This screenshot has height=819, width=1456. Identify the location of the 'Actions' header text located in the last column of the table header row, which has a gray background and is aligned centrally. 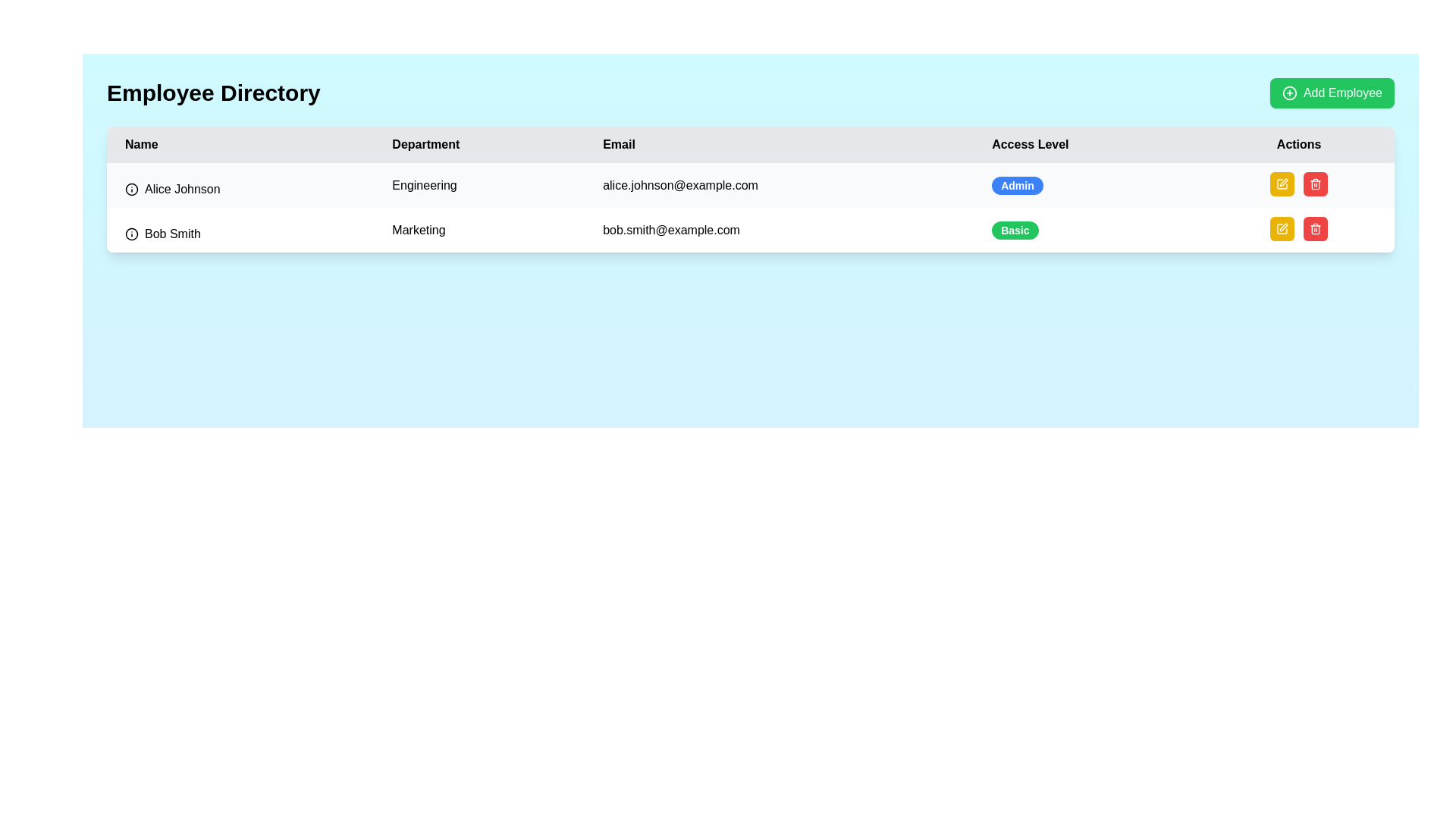
(1298, 145).